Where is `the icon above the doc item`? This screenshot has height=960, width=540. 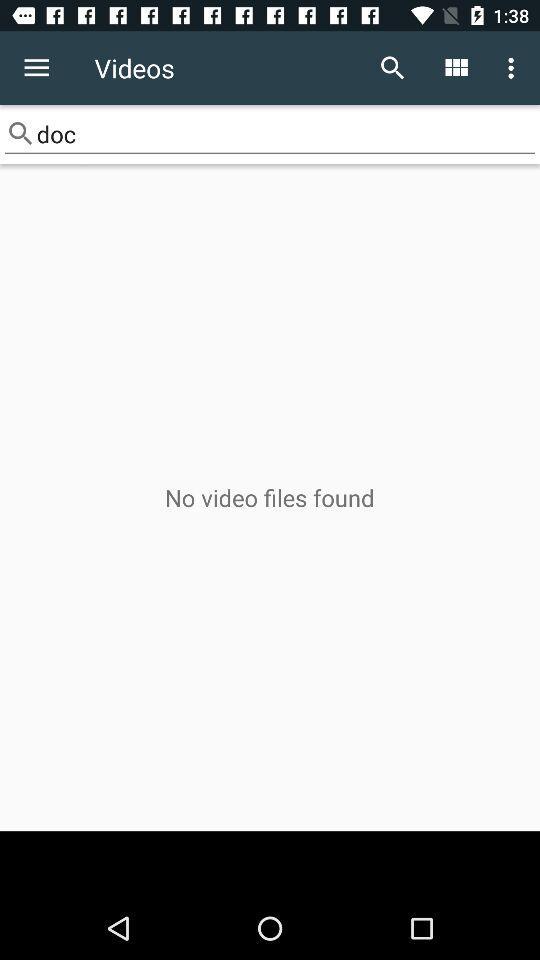 the icon above the doc item is located at coordinates (36, 68).